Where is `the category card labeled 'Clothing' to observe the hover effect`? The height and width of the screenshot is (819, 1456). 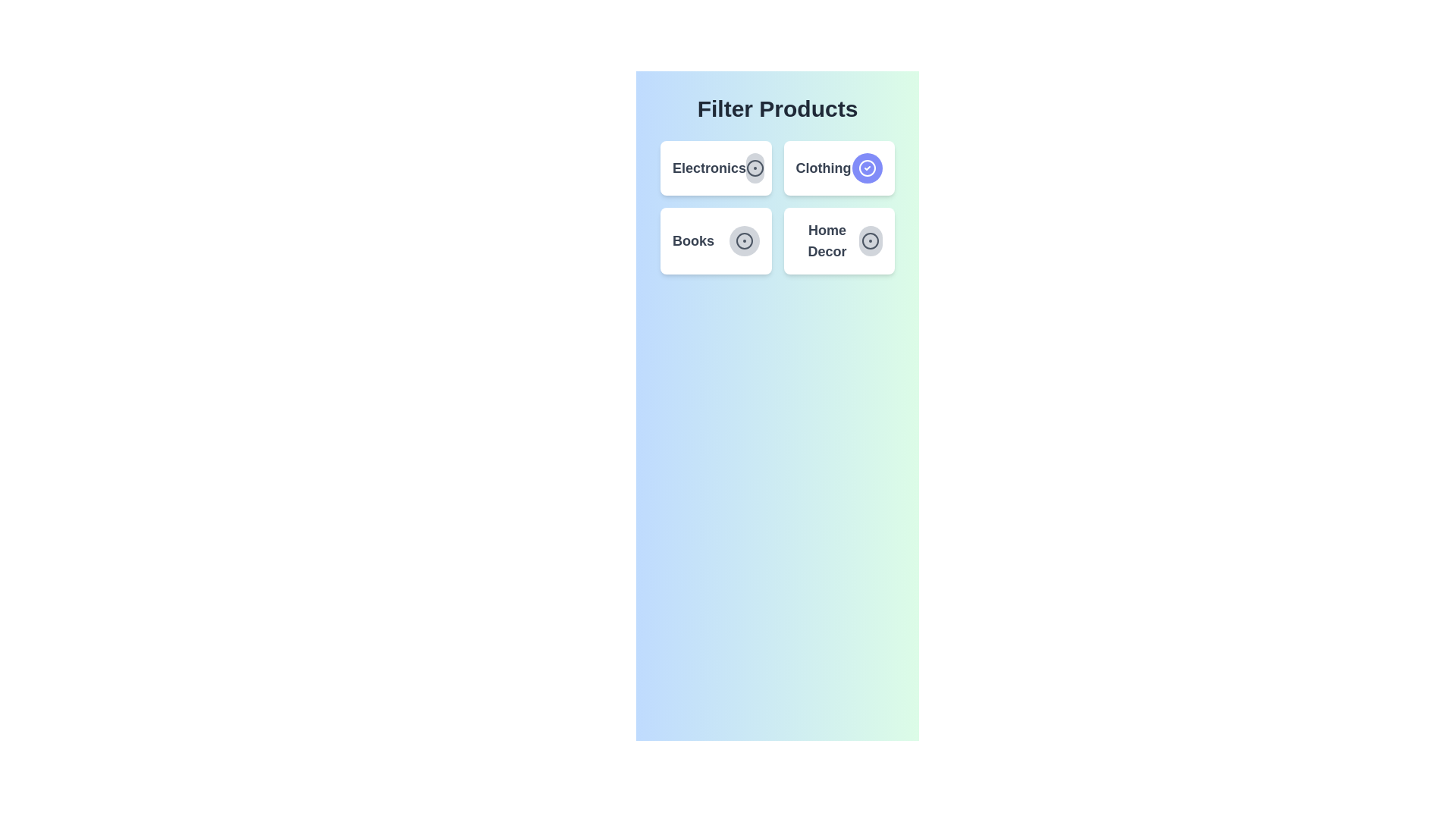
the category card labeled 'Clothing' to observe the hover effect is located at coordinates (838, 168).